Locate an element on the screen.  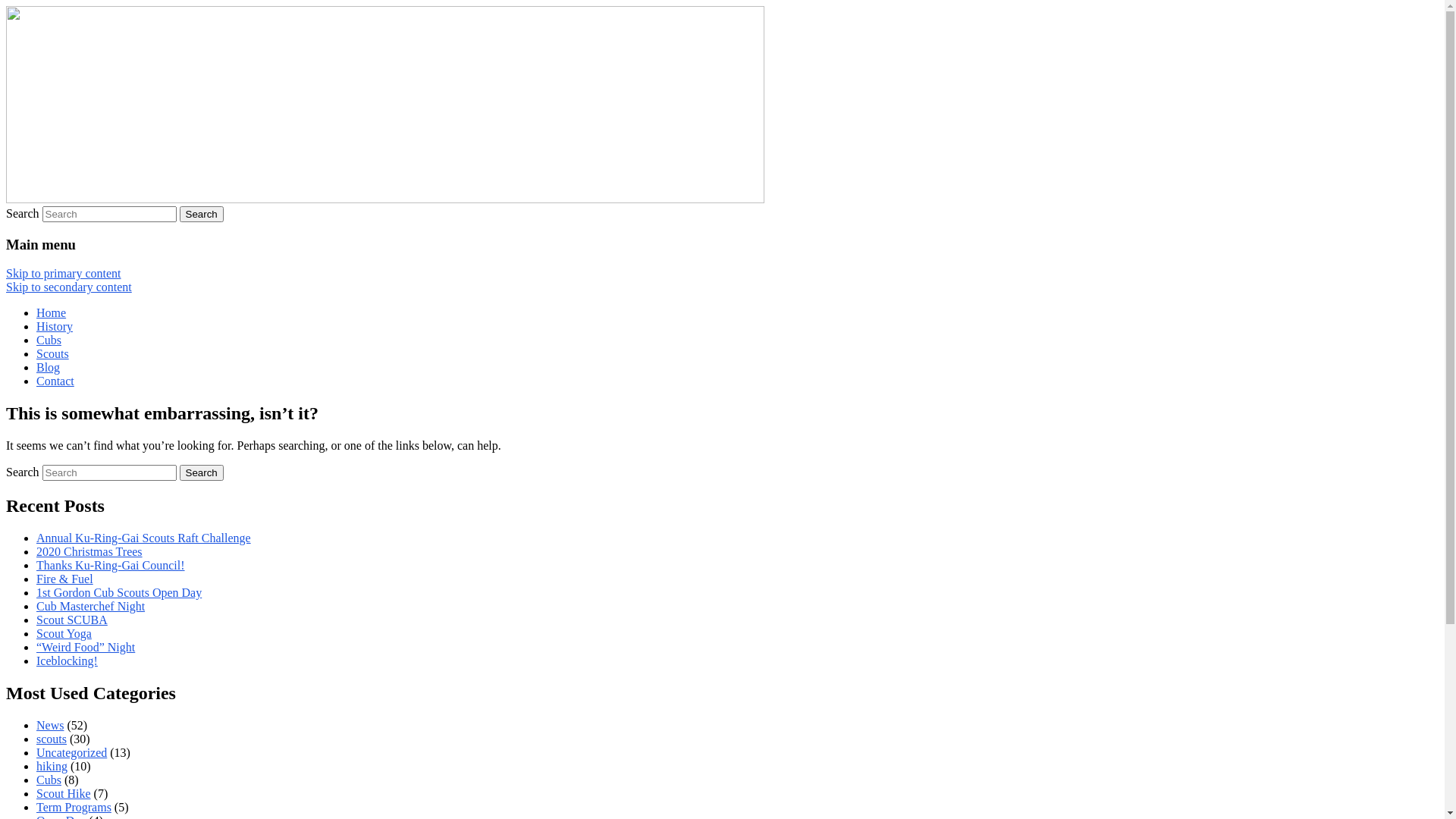
'hiking' is located at coordinates (36, 766).